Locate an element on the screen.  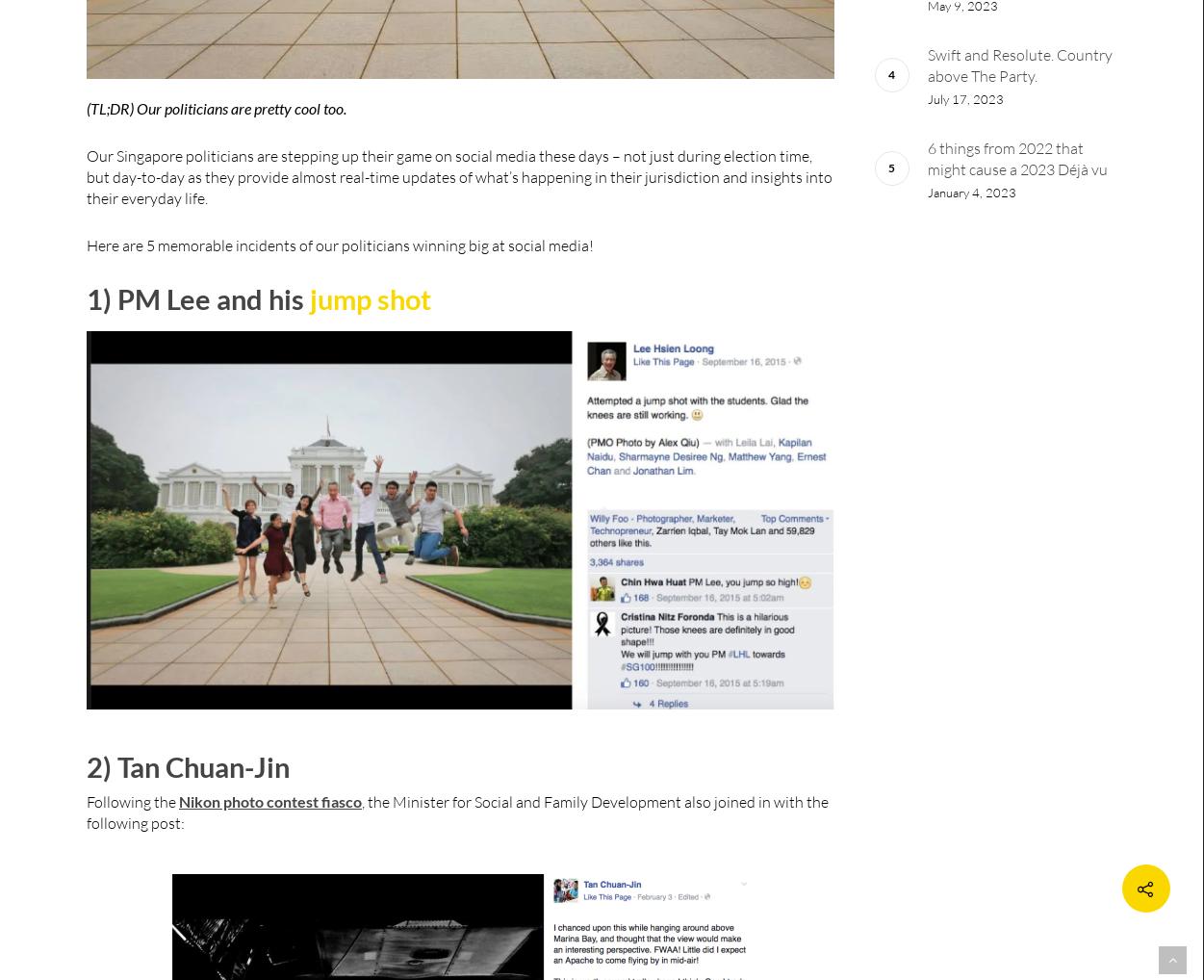
'Nikon photo contest fiasco' is located at coordinates (269, 799).